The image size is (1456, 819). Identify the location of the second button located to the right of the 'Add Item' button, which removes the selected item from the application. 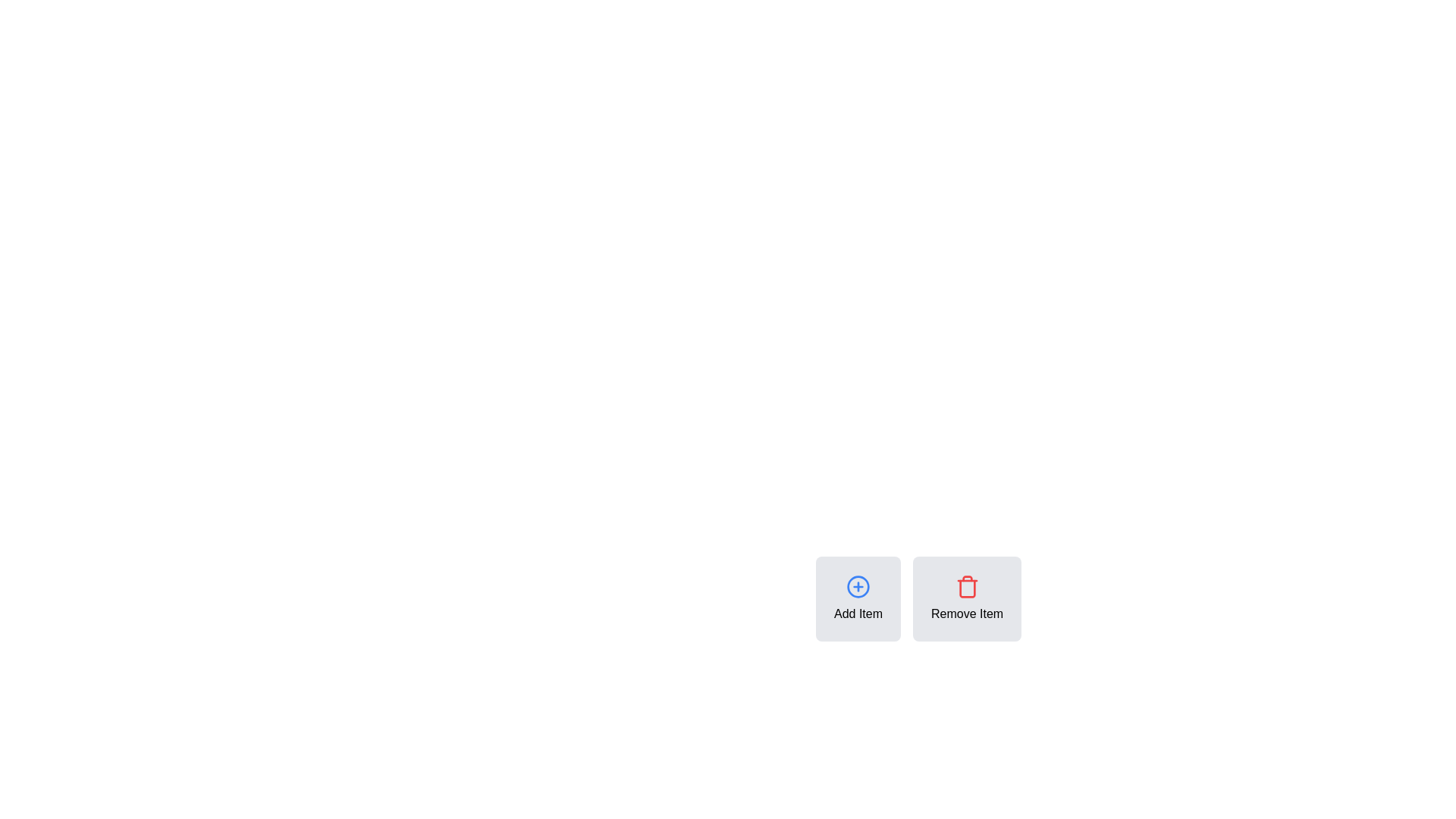
(941, 598).